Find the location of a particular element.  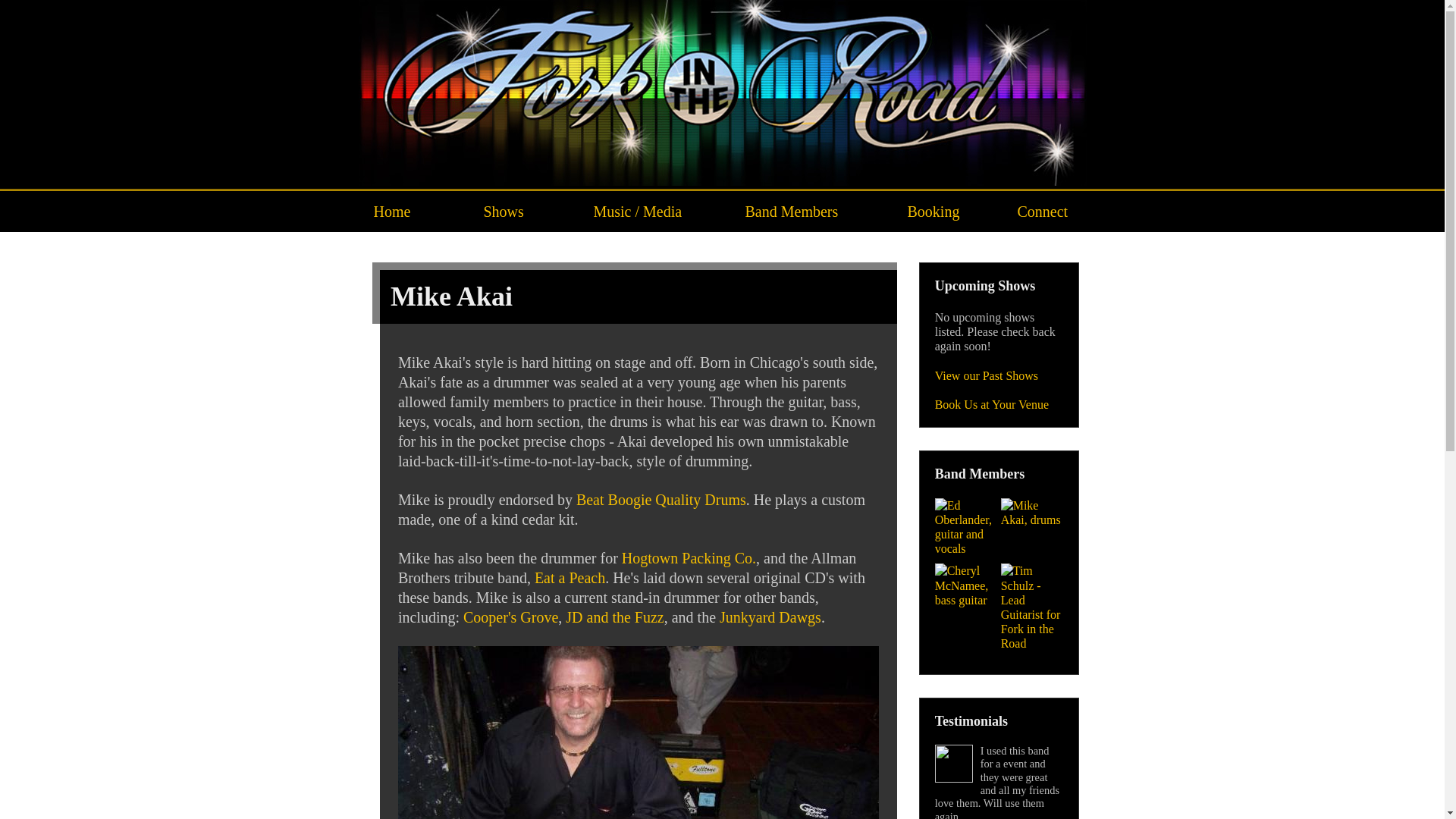

'Shows' is located at coordinates (523, 211).